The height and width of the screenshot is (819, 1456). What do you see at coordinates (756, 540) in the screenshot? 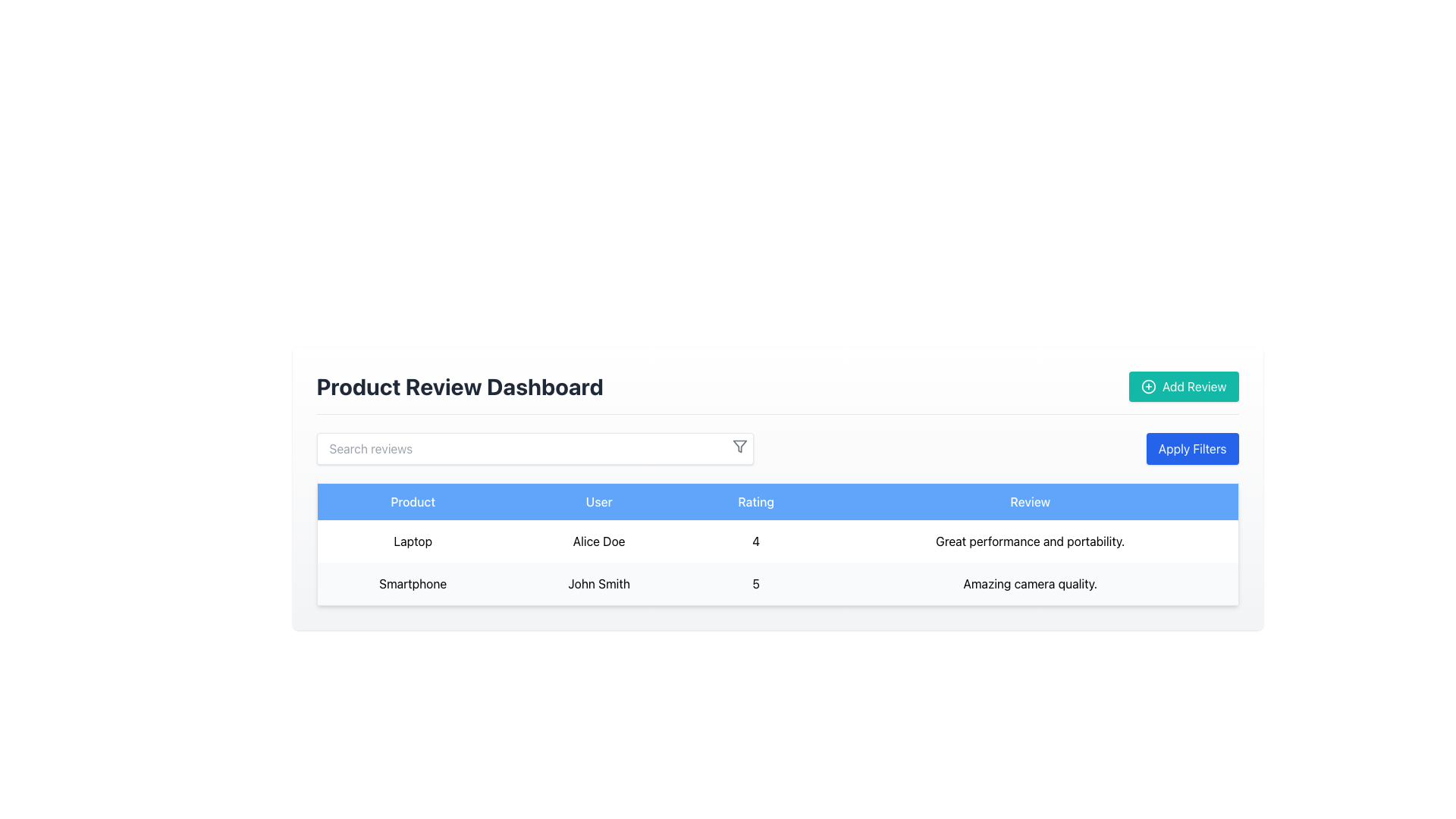
I see `the static text label displaying the number '4' in the first data row of the table under the 'Rating' header` at bounding box center [756, 540].